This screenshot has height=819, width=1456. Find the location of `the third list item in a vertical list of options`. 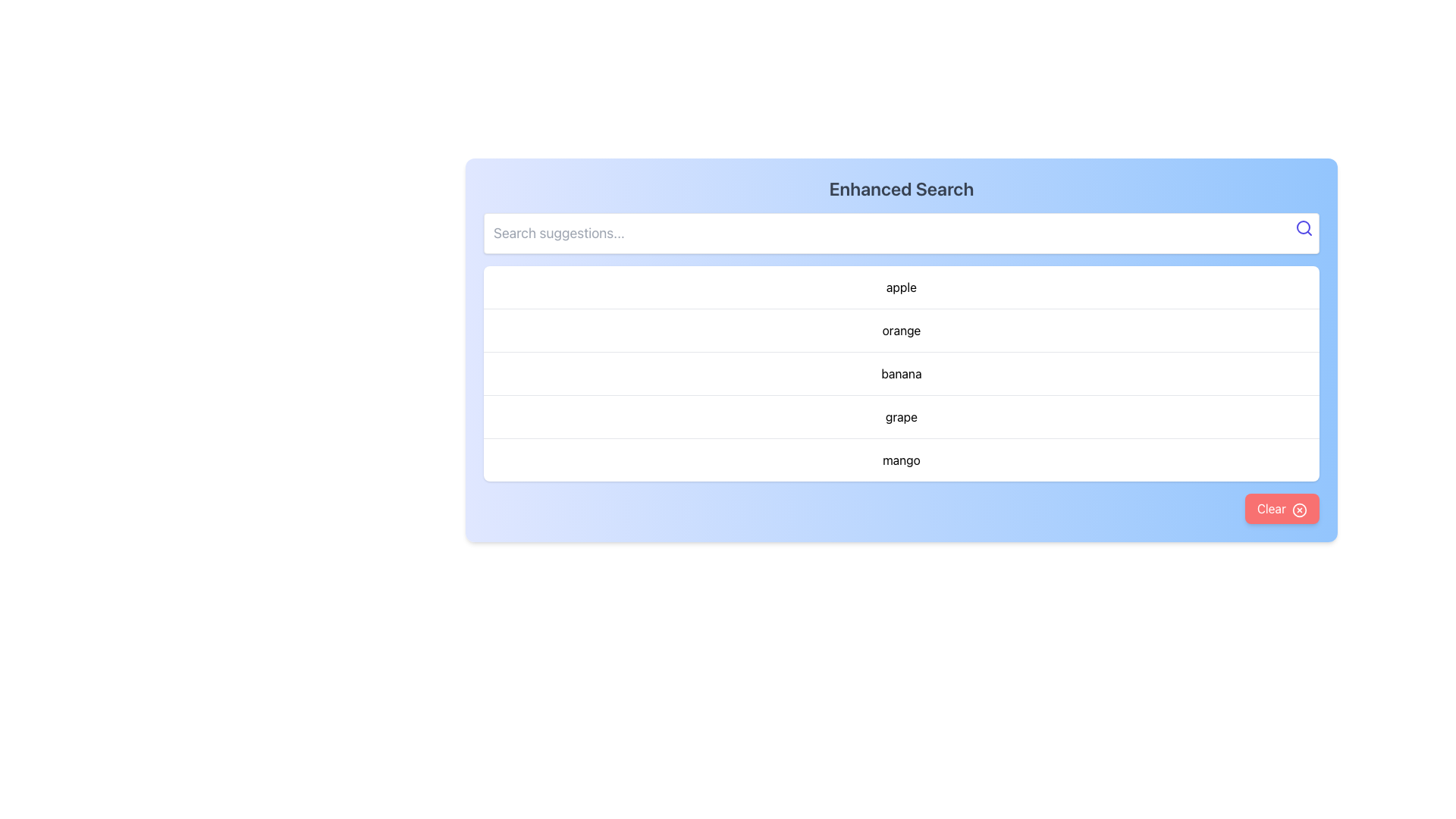

the third list item in a vertical list of options is located at coordinates (902, 373).